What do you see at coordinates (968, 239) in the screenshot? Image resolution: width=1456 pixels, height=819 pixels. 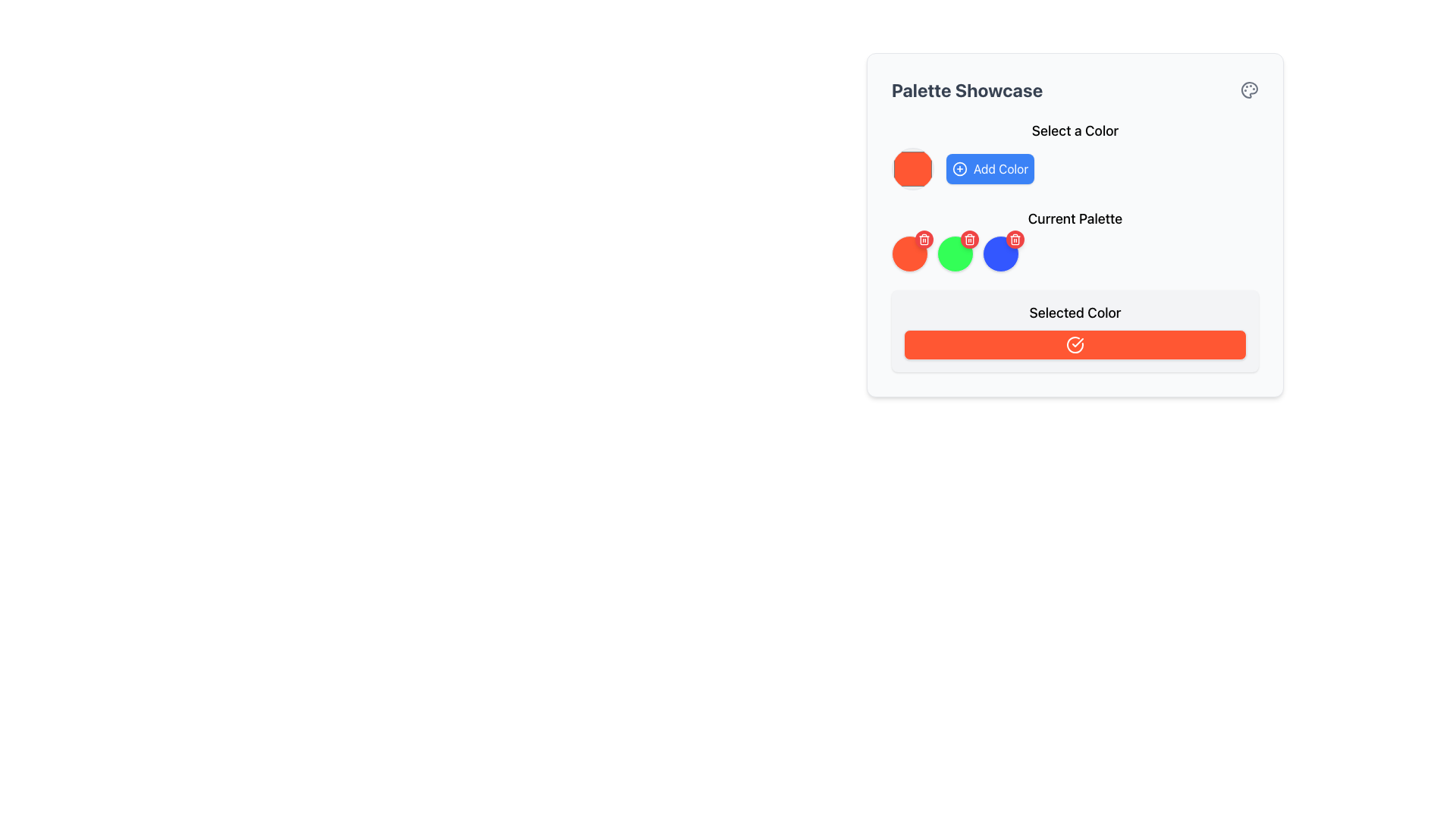 I see `the delete button for the green color option in the palette` at bounding box center [968, 239].